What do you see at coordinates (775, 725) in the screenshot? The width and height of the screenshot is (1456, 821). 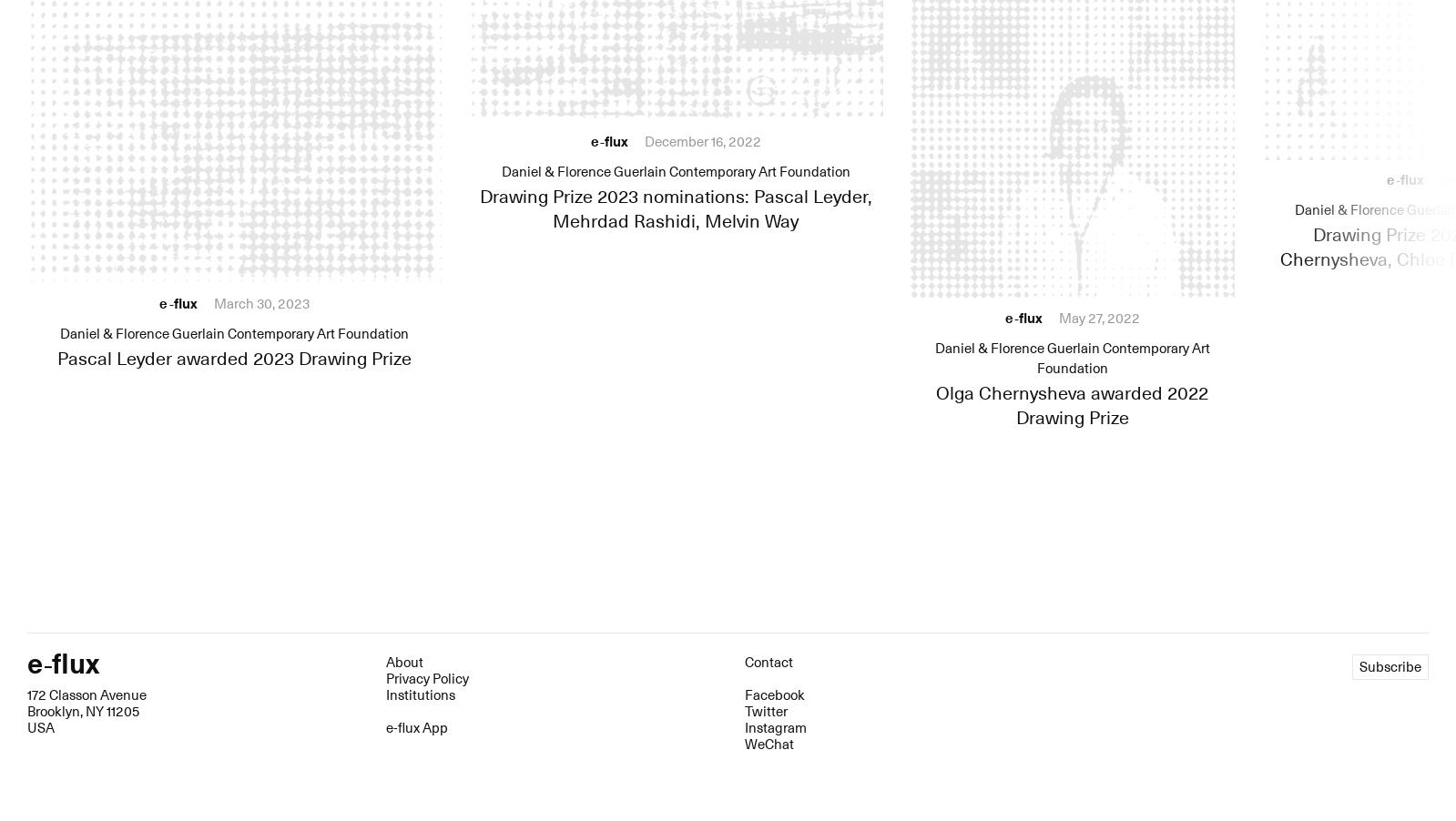 I see `'Instagram'` at bounding box center [775, 725].